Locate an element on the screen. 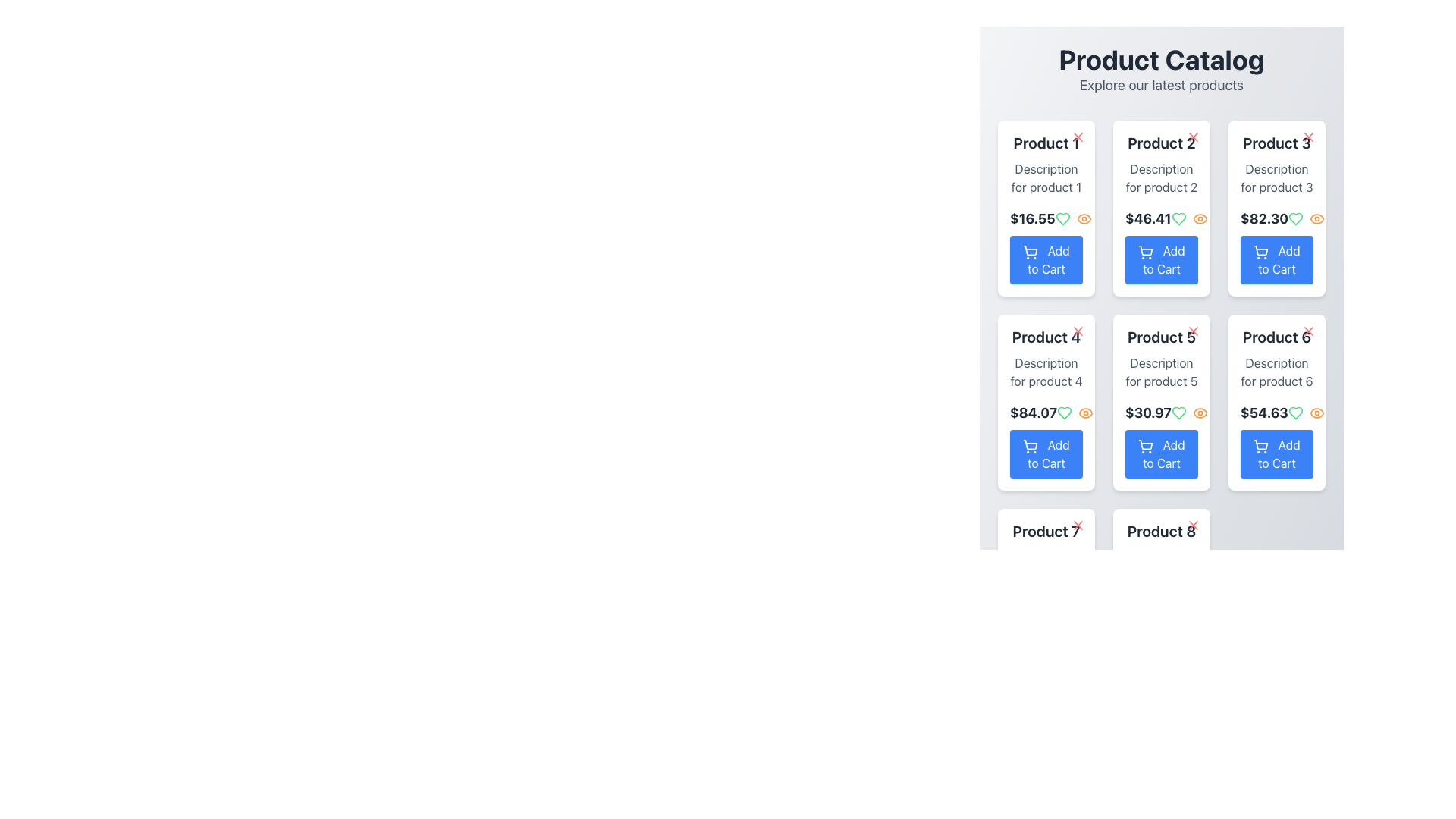  the 'Add to Cart' button with a blue background and a shopping cart icon, located in the lower part of the 'Product 6' card is located at coordinates (1276, 453).